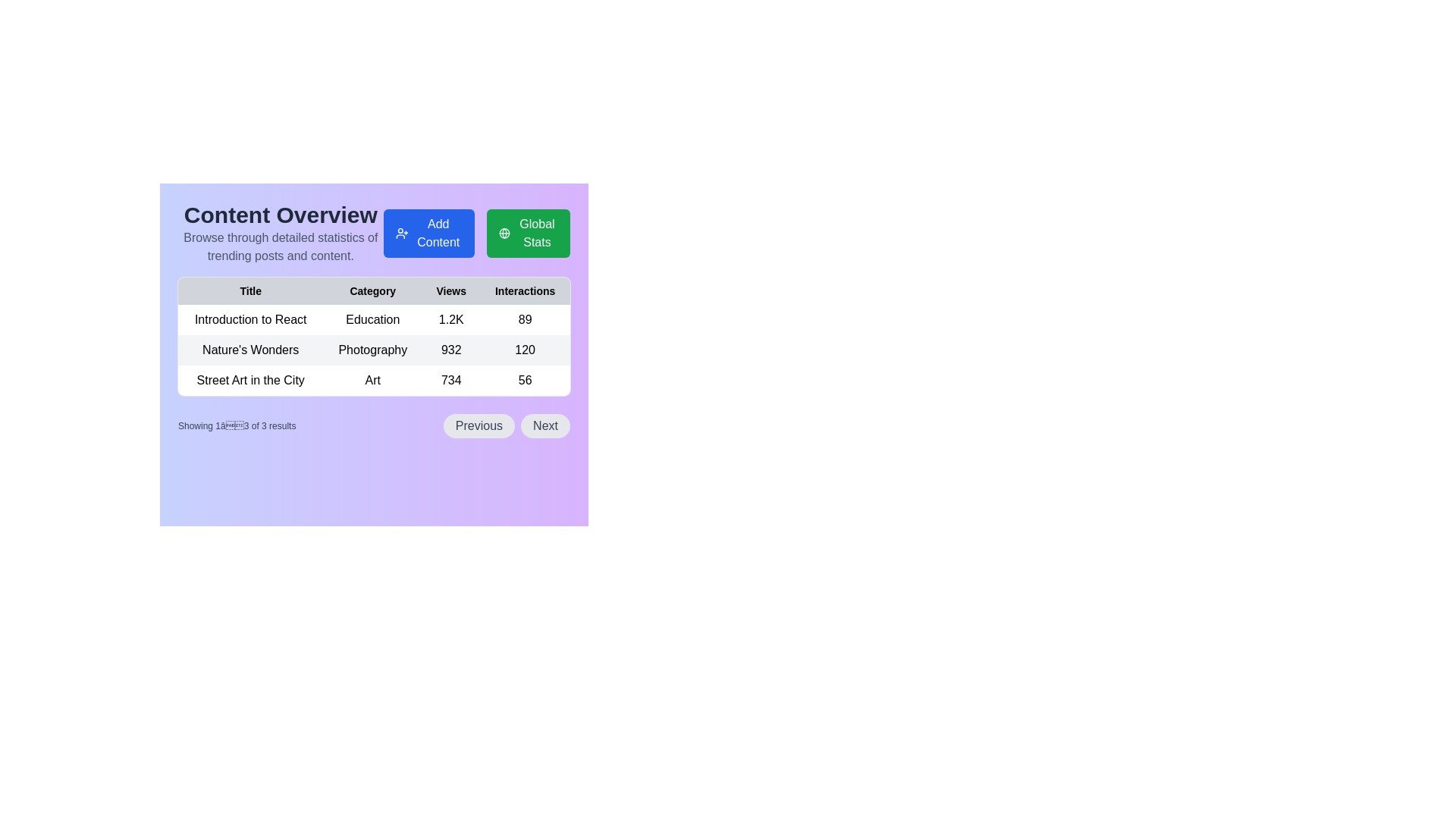 The image size is (1456, 819). What do you see at coordinates (450, 291) in the screenshot?
I see `the 'Views' column header, which is the third column in a four-column table, indicating the count of views for the content below` at bounding box center [450, 291].